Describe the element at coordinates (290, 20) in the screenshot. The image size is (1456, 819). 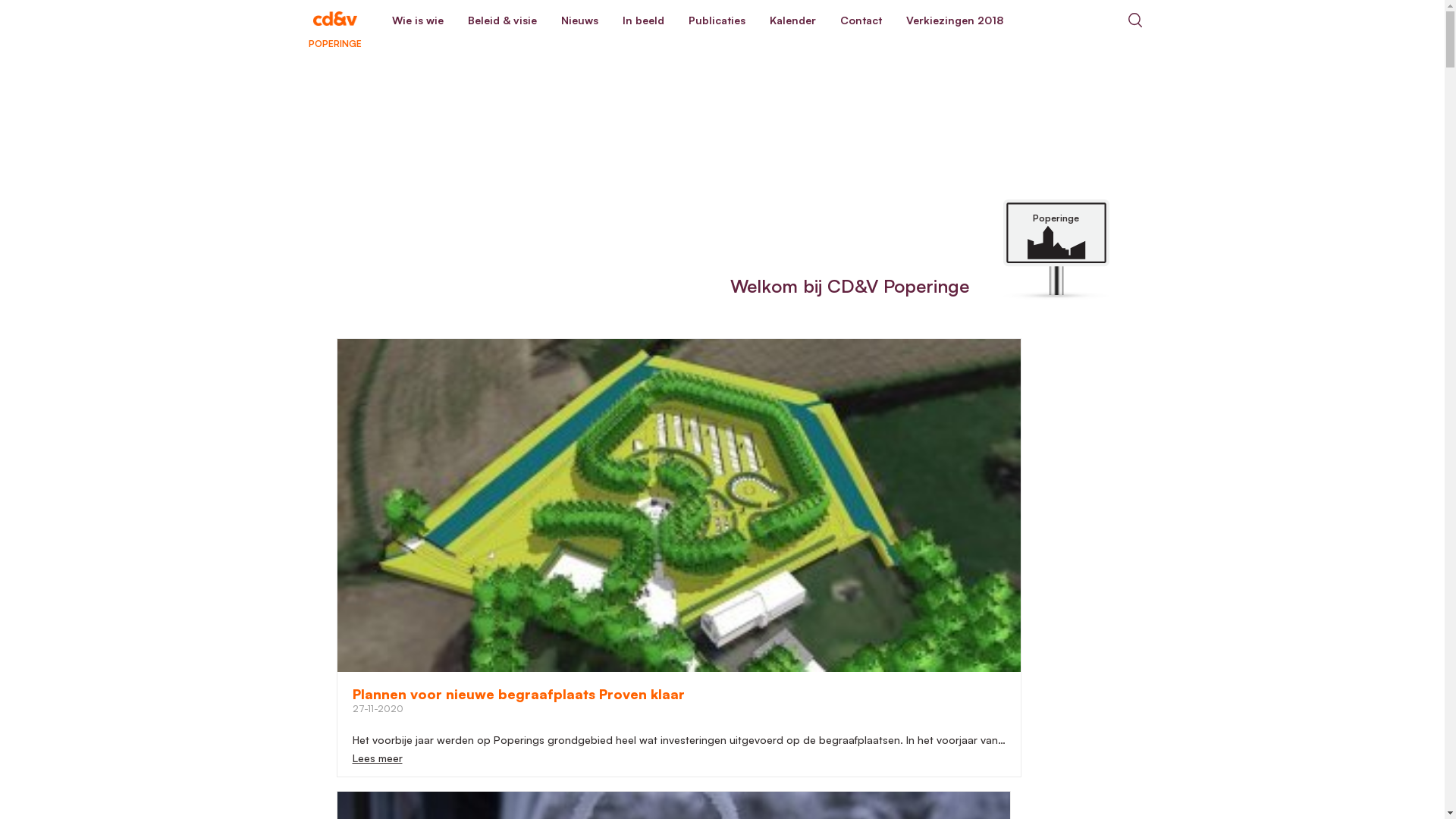
I see `'POPERINGE'` at that location.